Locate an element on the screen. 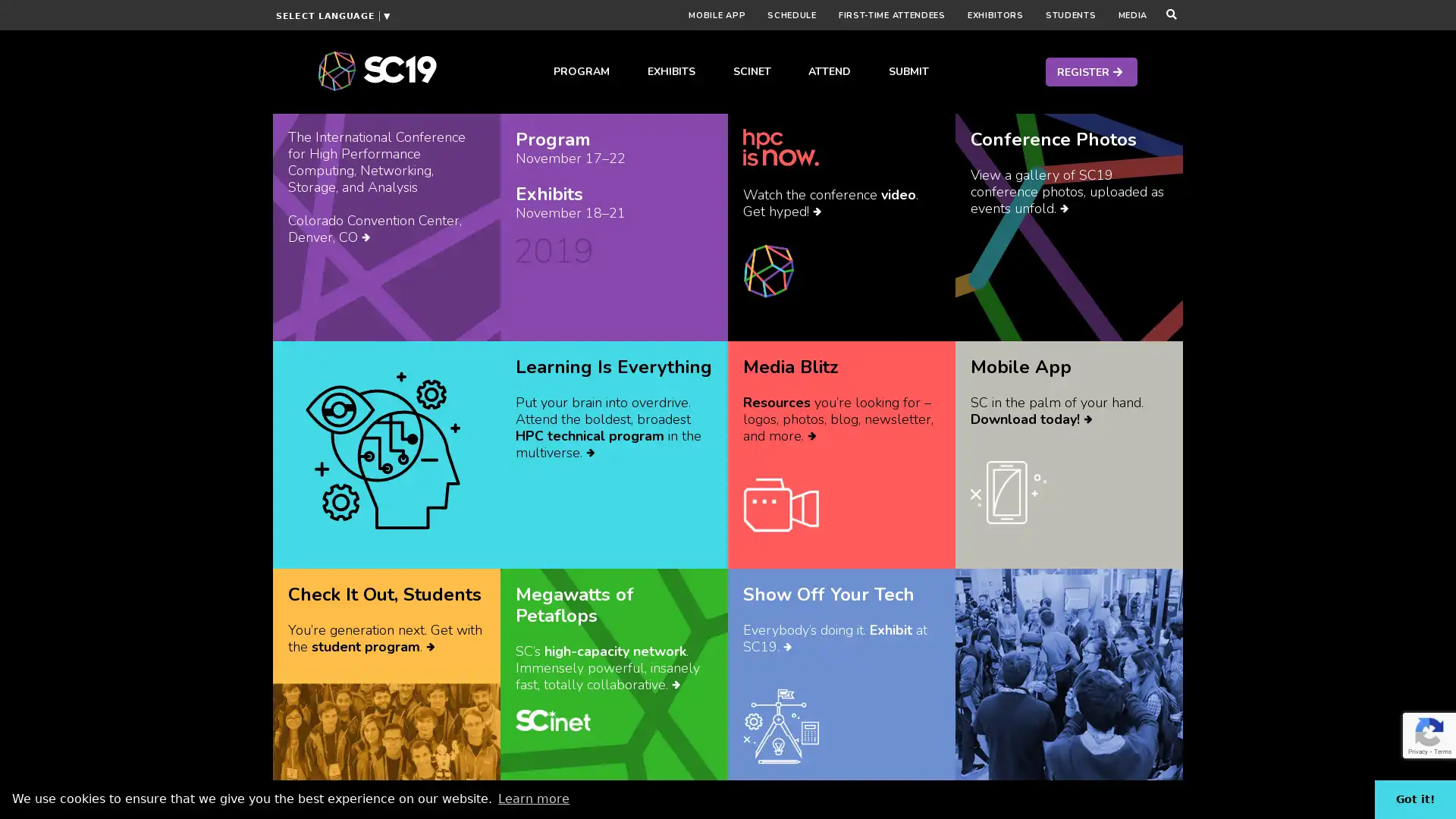 The height and width of the screenshot is (819, 1456). learn more about cookies is located at coordinates (534, 798).